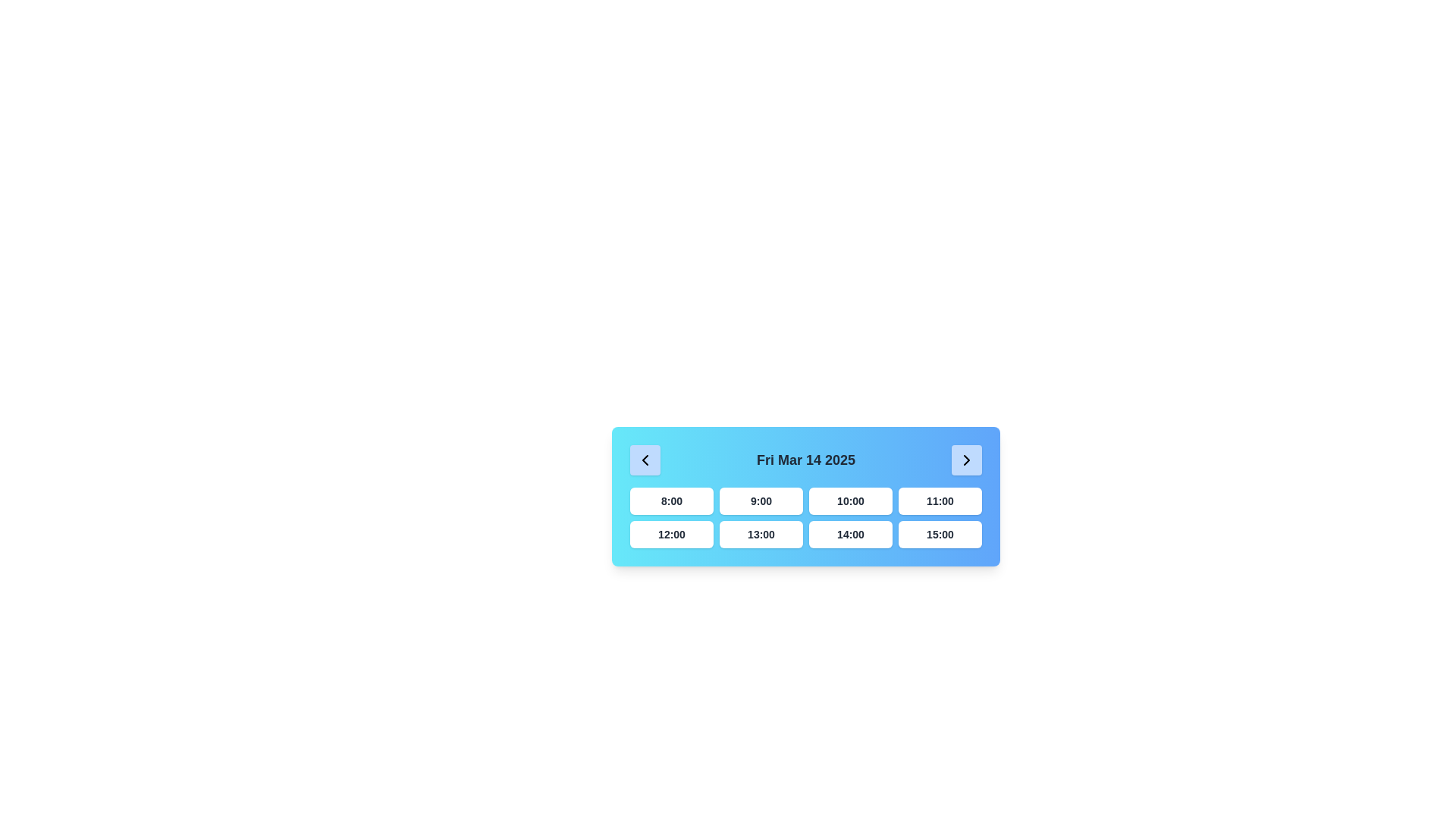 This screenshot has height=819, width=1456. Describe the element at coordinates (671, 534) in the screenshot. I see `the button labeled '12:00', which is a white rectangular button with rounded corners and shadow, located in the second row and first column of a 2x4 grid` at that location.